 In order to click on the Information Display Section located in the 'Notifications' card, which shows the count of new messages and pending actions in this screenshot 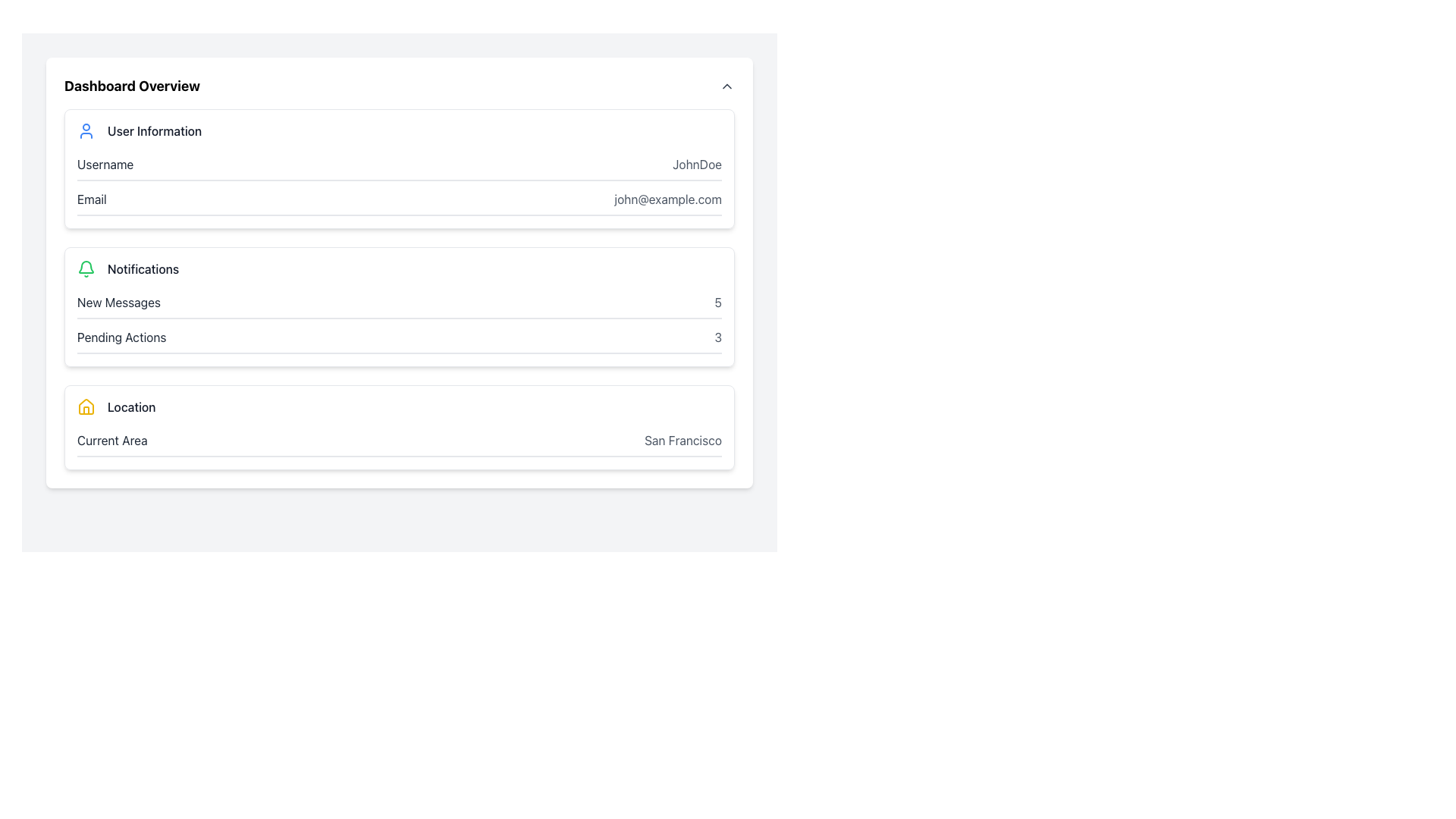, I will do `click(400, 320)`.